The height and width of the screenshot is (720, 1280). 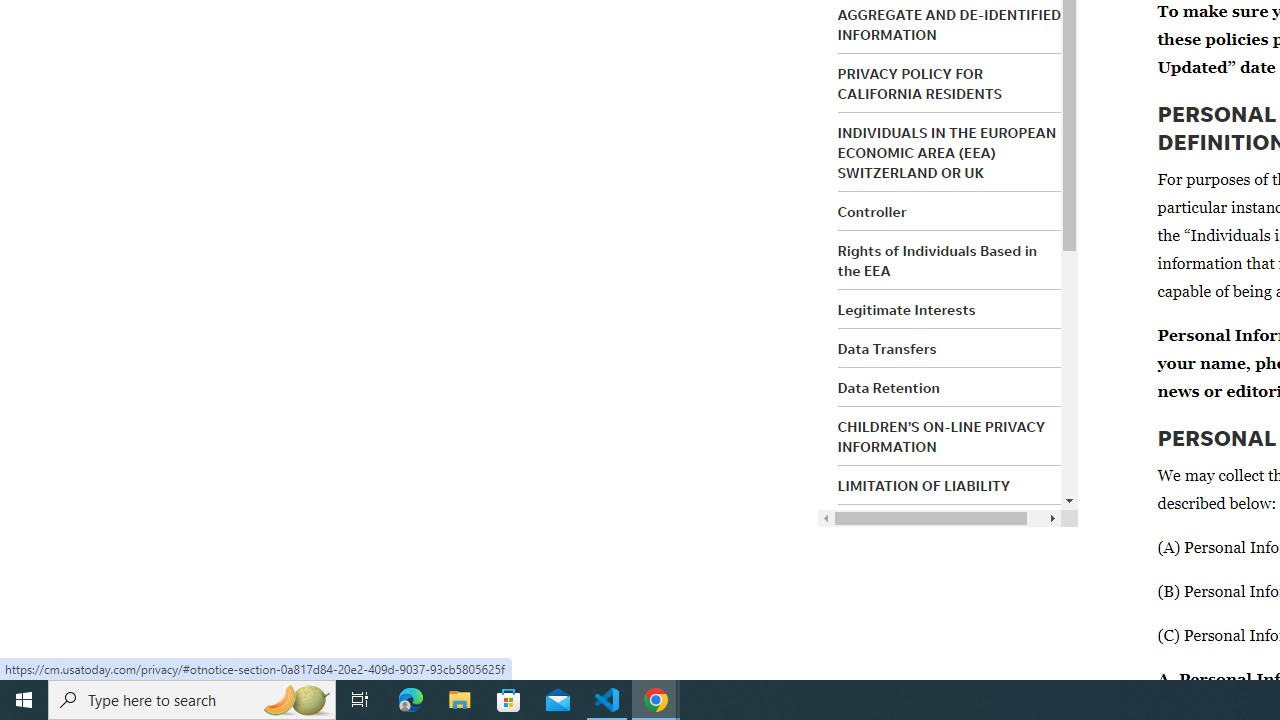 I want to click on 'AGGREGATE AND DE-IDENTIFIED INFORMATION', so click(x=948, y=24).